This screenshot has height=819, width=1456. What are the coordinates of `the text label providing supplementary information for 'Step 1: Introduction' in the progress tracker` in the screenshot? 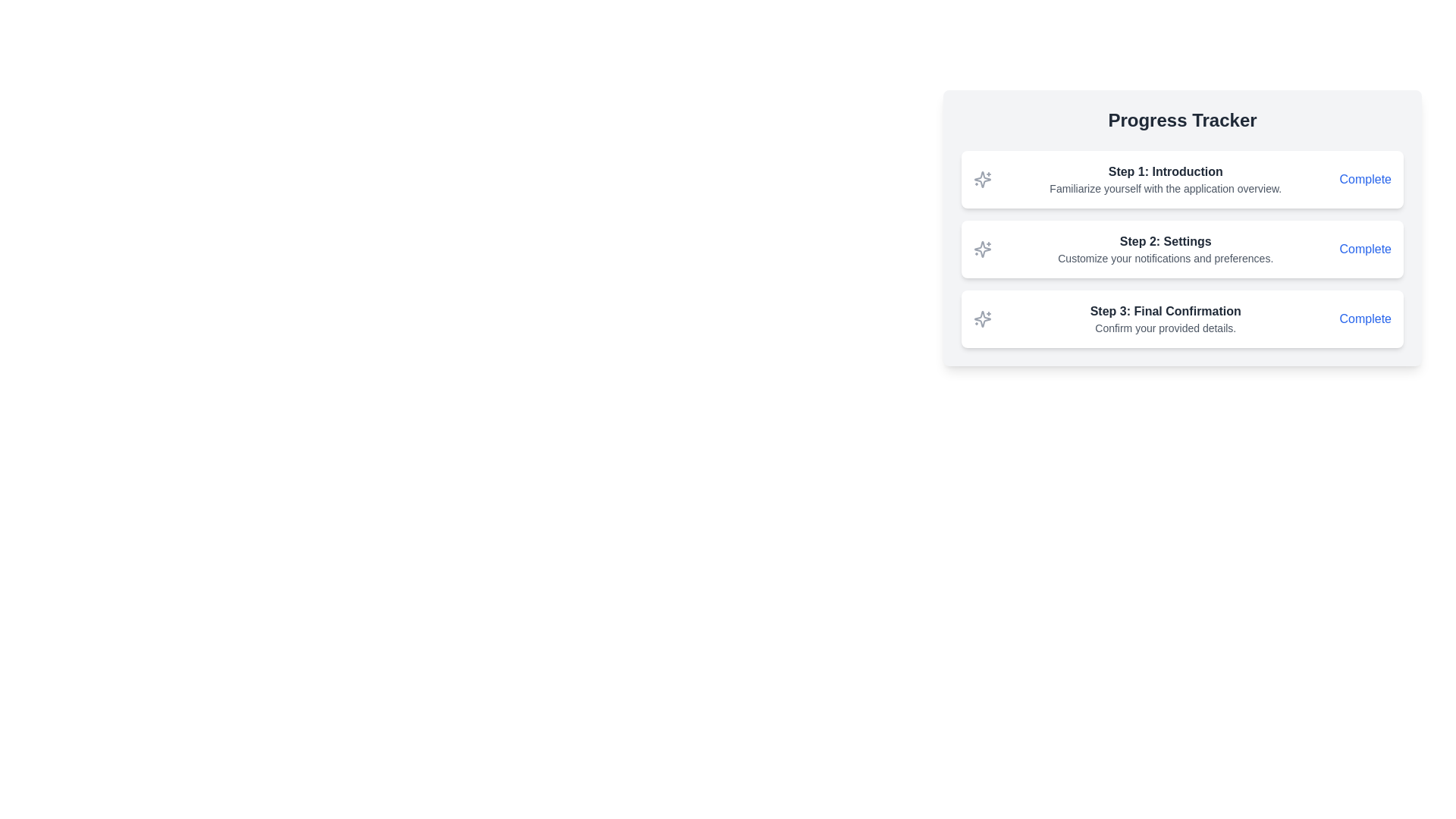 It's located at (1165, 188).